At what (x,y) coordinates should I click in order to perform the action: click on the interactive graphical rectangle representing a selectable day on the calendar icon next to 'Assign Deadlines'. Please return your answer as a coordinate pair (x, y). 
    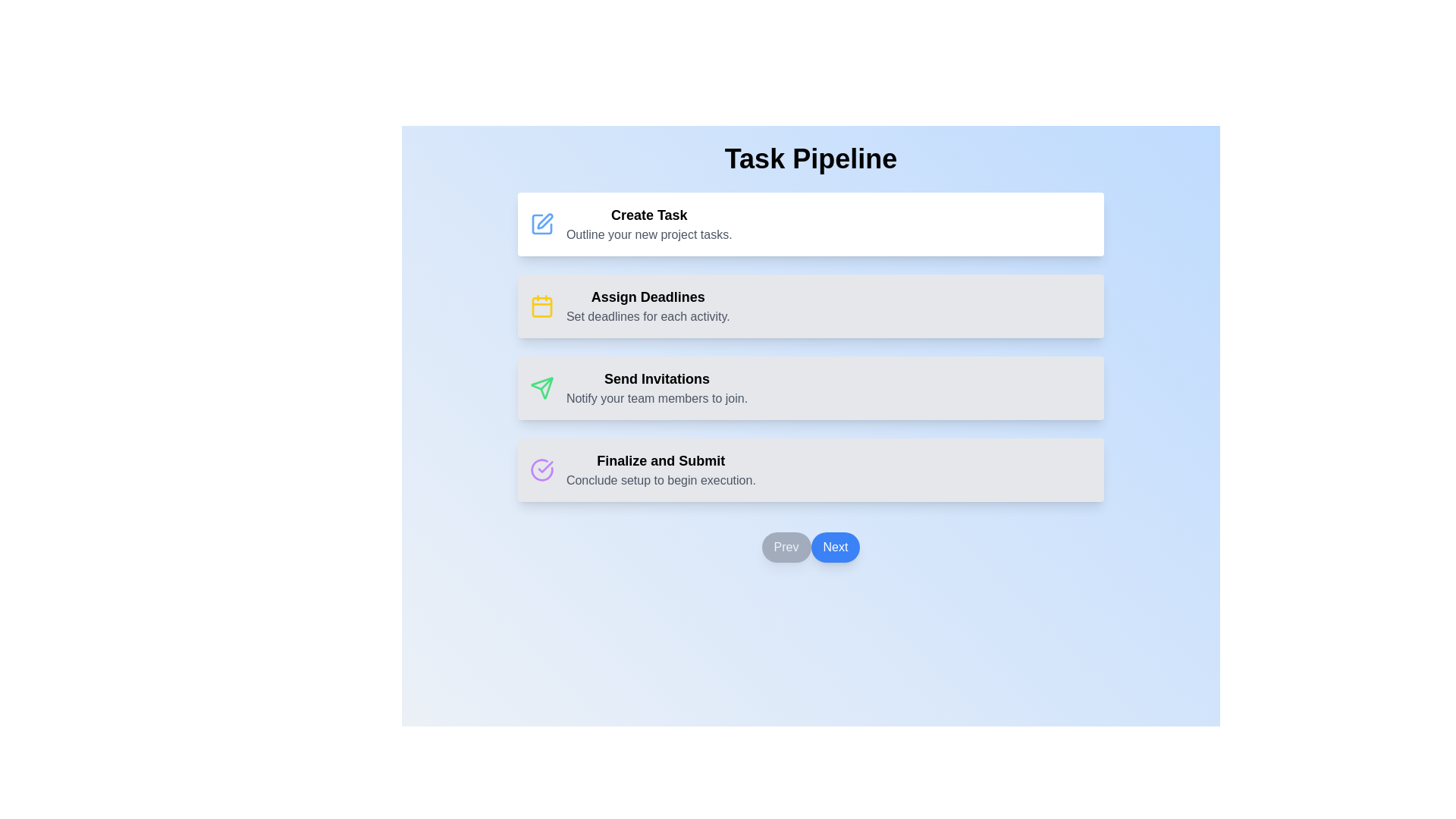
    Looking at the image, I should click on (541, 307).